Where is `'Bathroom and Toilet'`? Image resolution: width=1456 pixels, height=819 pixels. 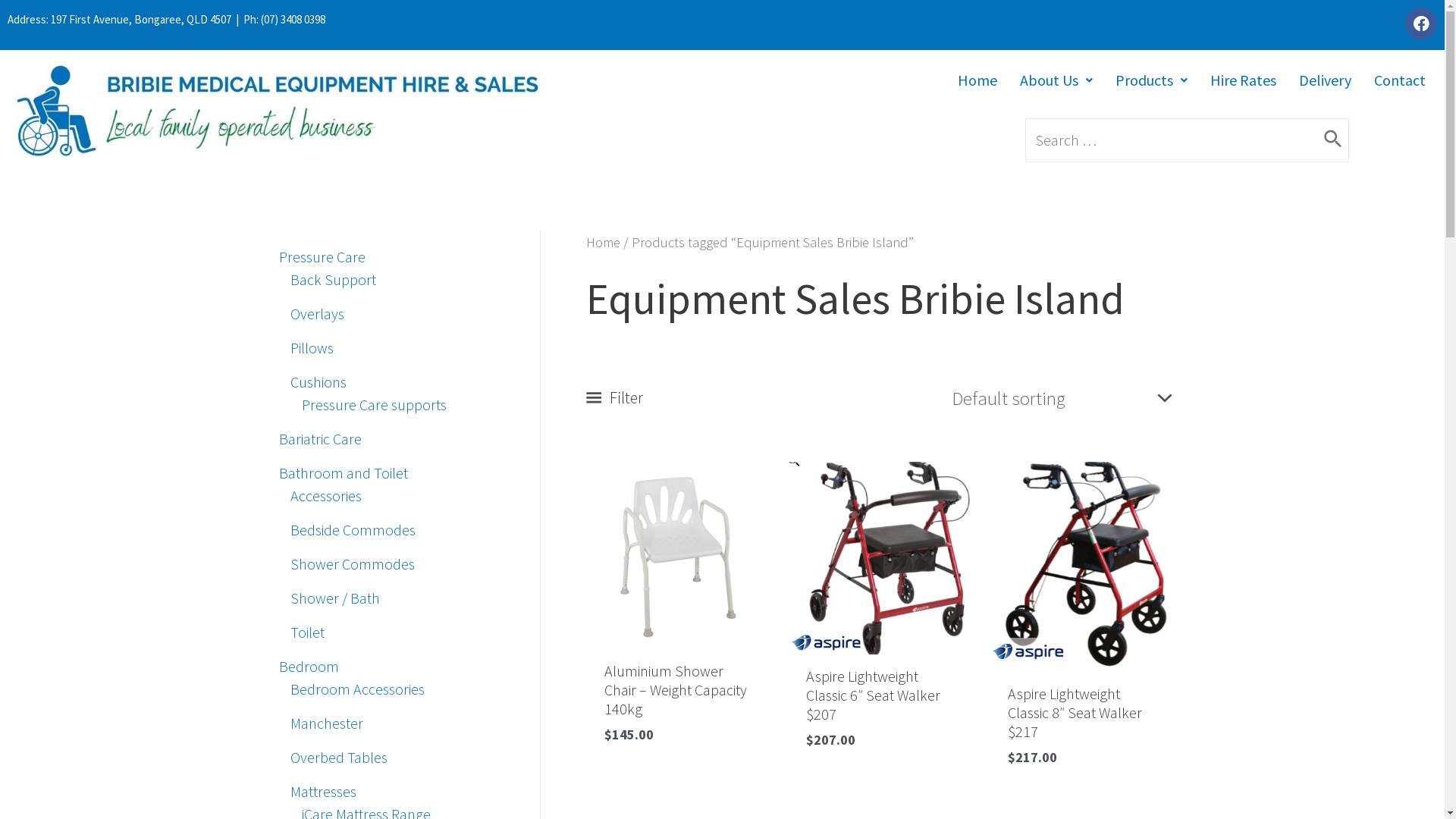
'Bathroom and Toilet' is located at coordinates (279, 472).